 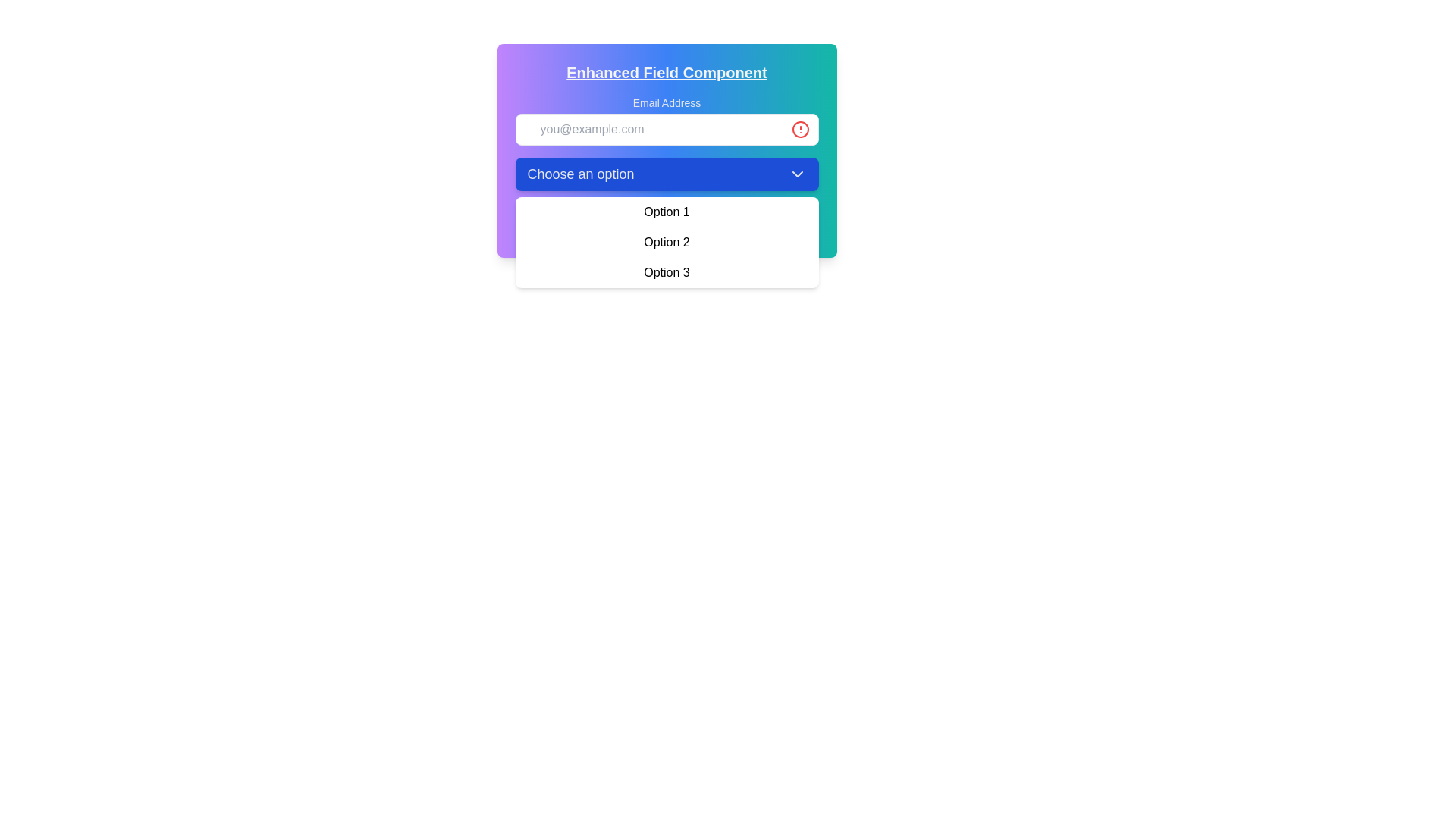 What do you see at coordinates (667, 271) in the screenshot?
I see `the dropdown menu option item labeled 'Option 3', which is the last item in the list` at bounding box center [667, 271].